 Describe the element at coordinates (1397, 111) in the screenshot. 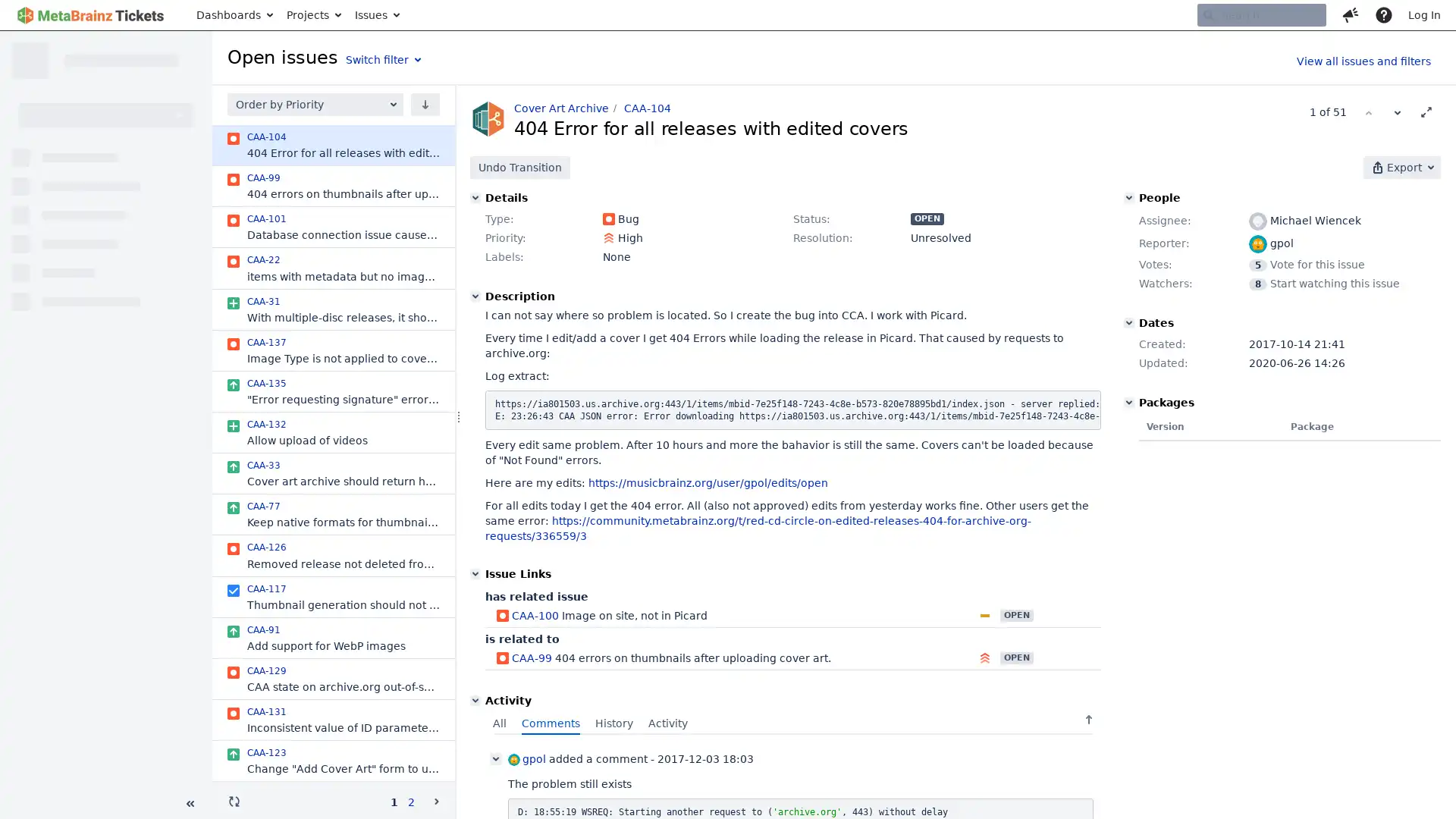

I see `Next Issue'CAA-99'` at that location.